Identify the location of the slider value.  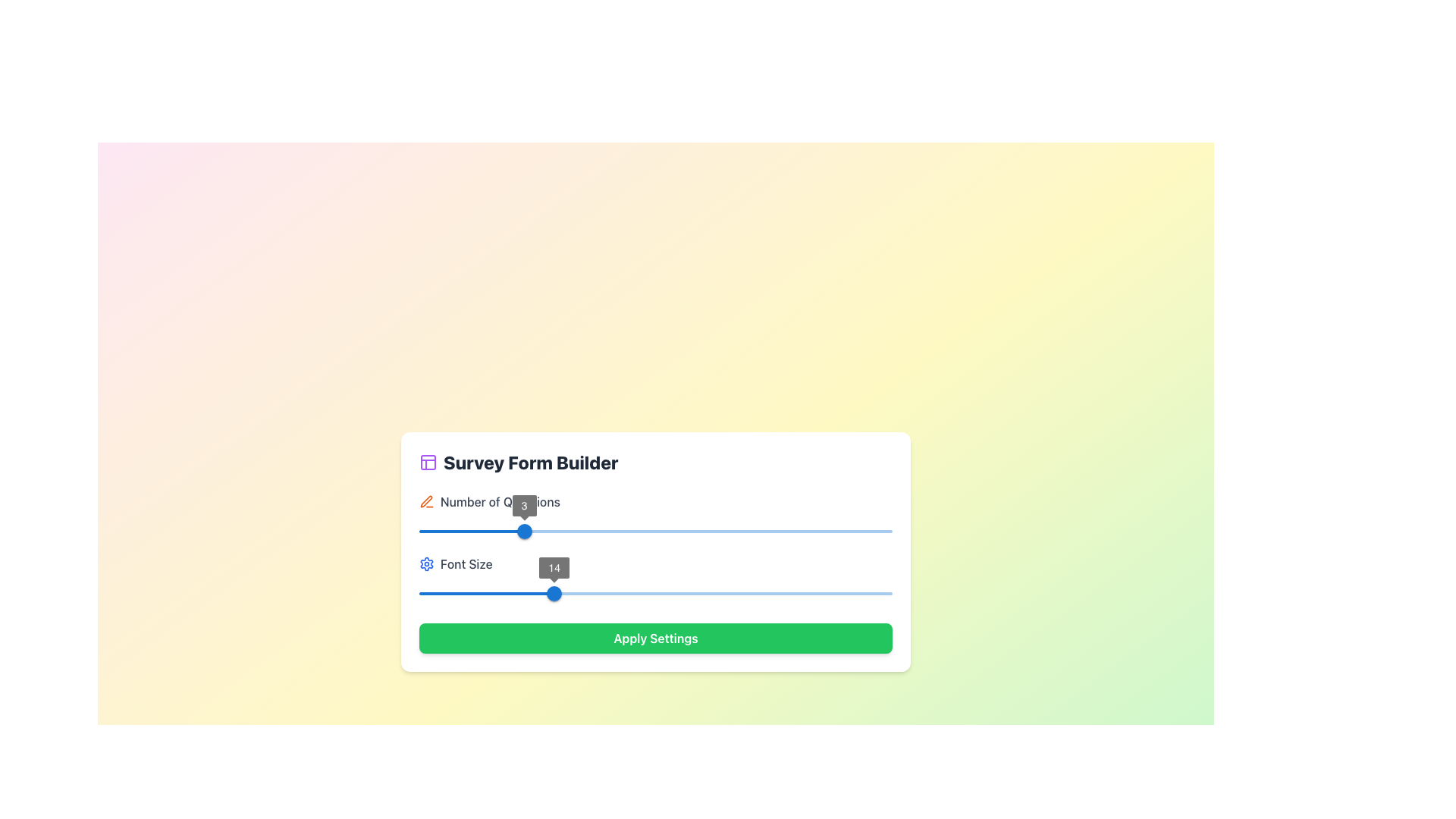
(665, 593).